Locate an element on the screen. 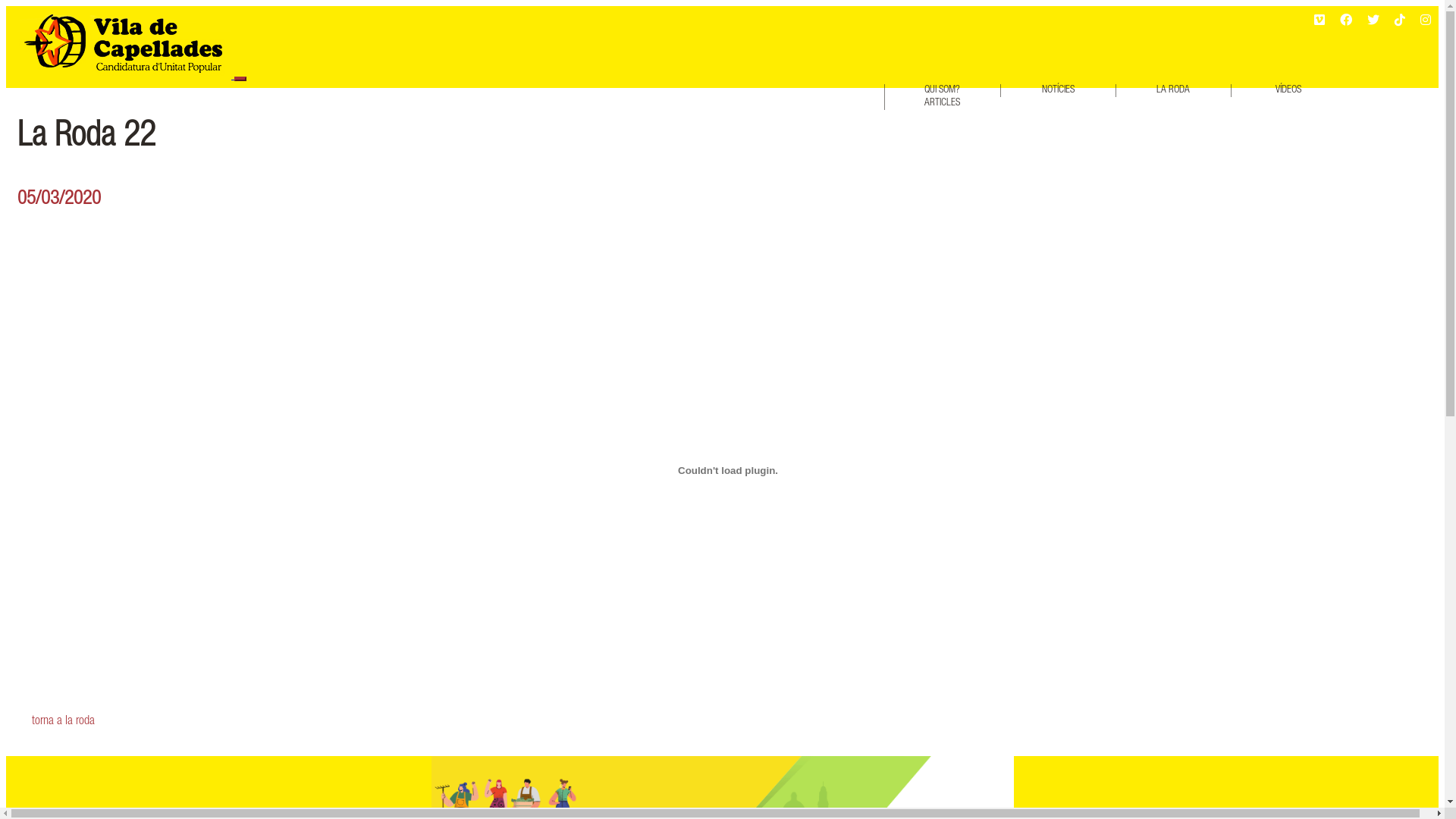 The image size is (1456, 819). 'Toggle navigation' is located at coordinates (239, 79).